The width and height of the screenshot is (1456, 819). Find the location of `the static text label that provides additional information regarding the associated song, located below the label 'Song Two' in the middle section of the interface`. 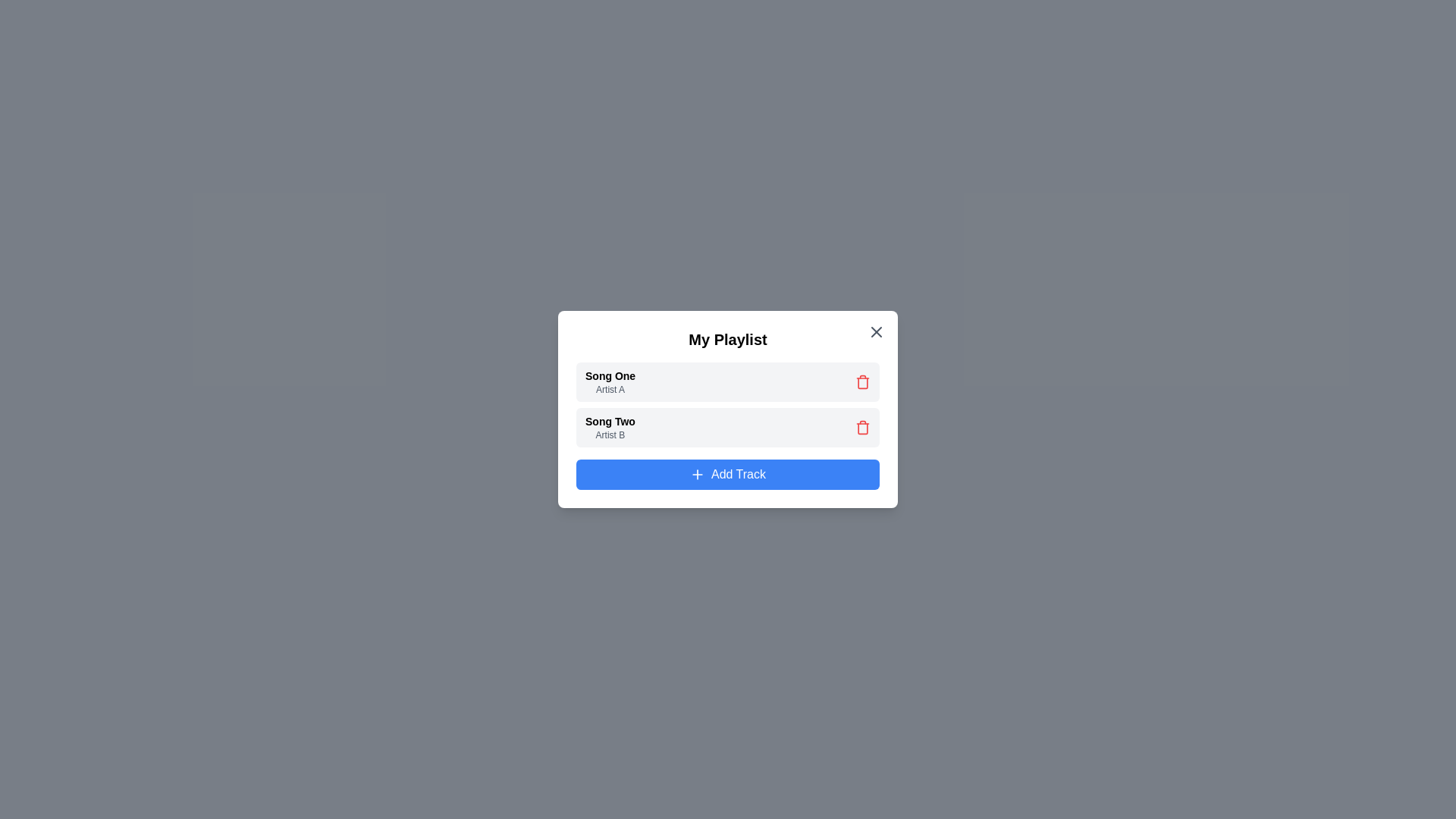

the static text label that provides additional information regarding the associated song, located below the label 'Song Two' in the middle section of the interface is located at coordinates (610, 435).